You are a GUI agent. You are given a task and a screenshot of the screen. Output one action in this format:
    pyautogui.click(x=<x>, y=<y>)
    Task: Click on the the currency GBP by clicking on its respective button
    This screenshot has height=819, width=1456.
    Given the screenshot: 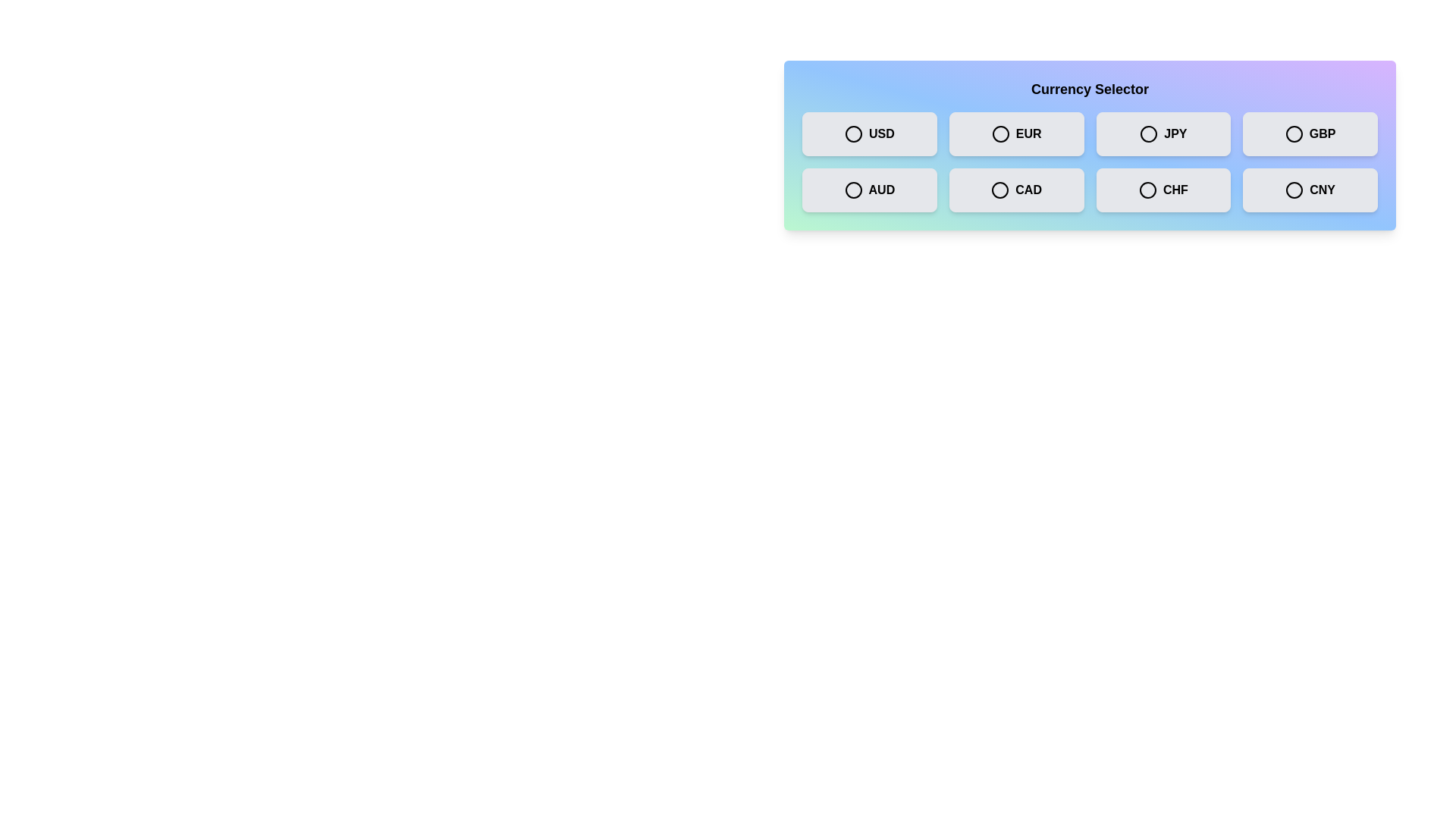 What is the action you would take?
    pyautogui.click(x=1310, y=133)
    